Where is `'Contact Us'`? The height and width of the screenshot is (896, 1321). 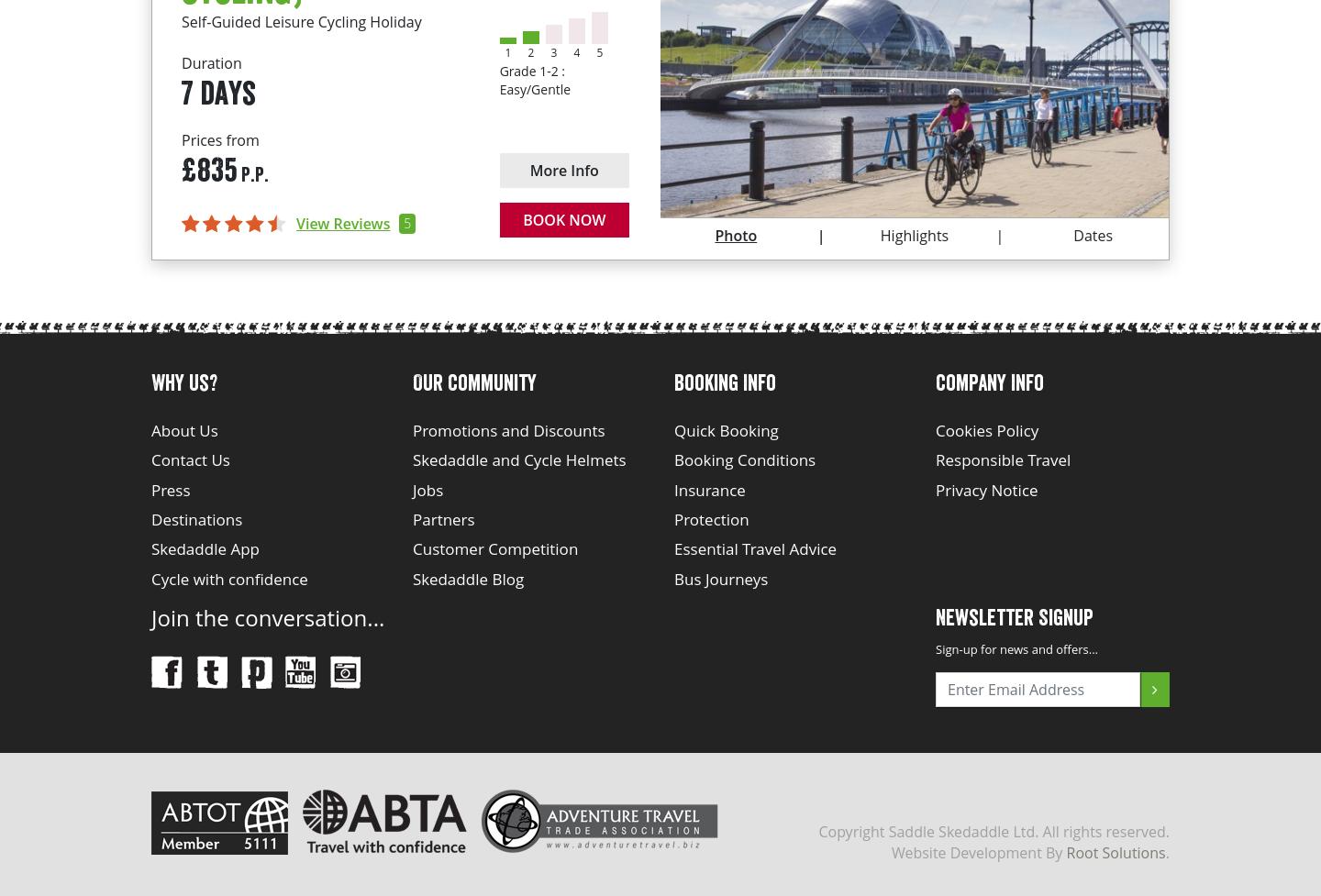
'Contact Us' is located at coordinates (190, 459).